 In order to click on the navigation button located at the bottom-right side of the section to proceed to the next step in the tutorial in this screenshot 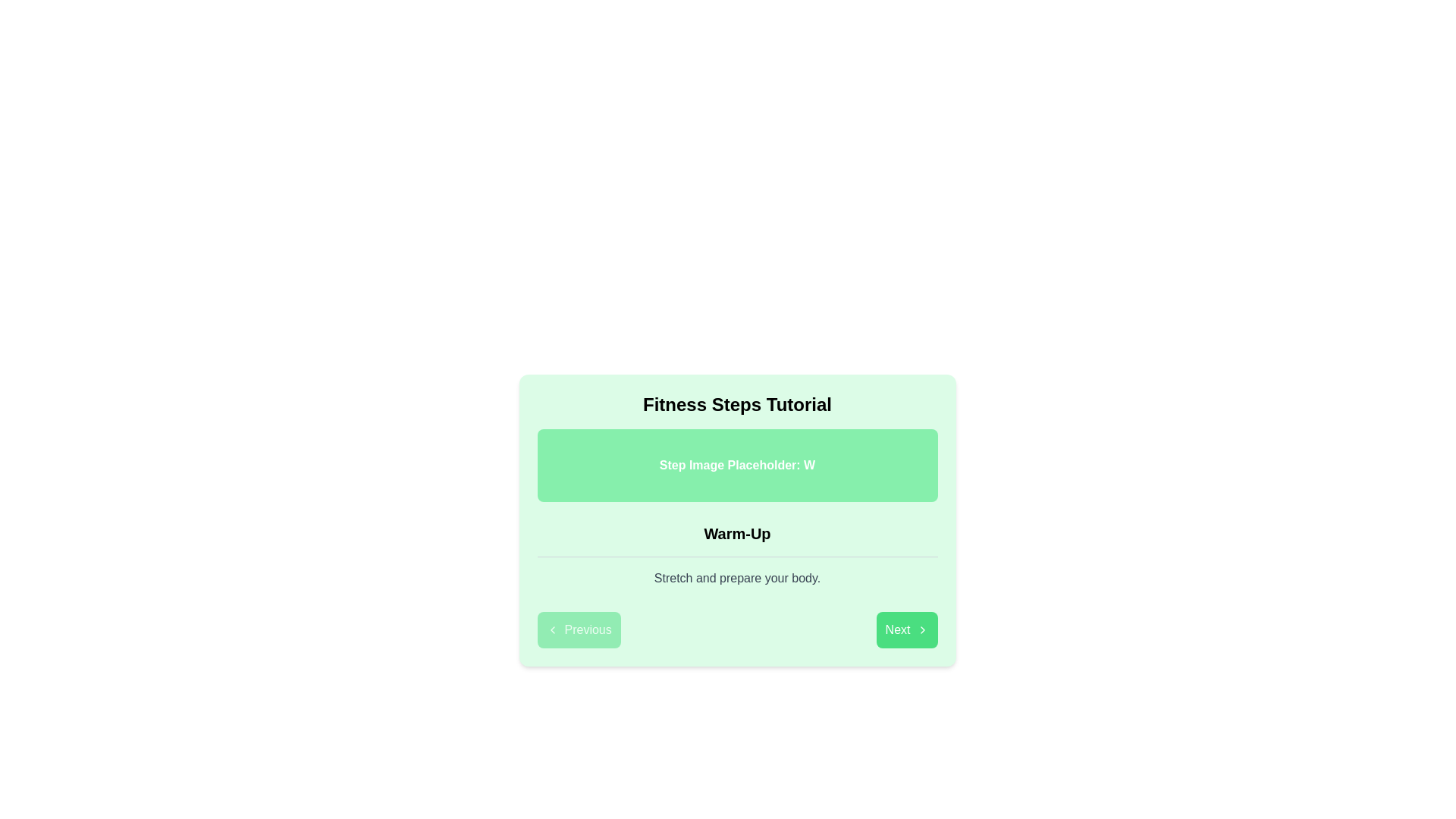, I will do `click(906, 629)`.